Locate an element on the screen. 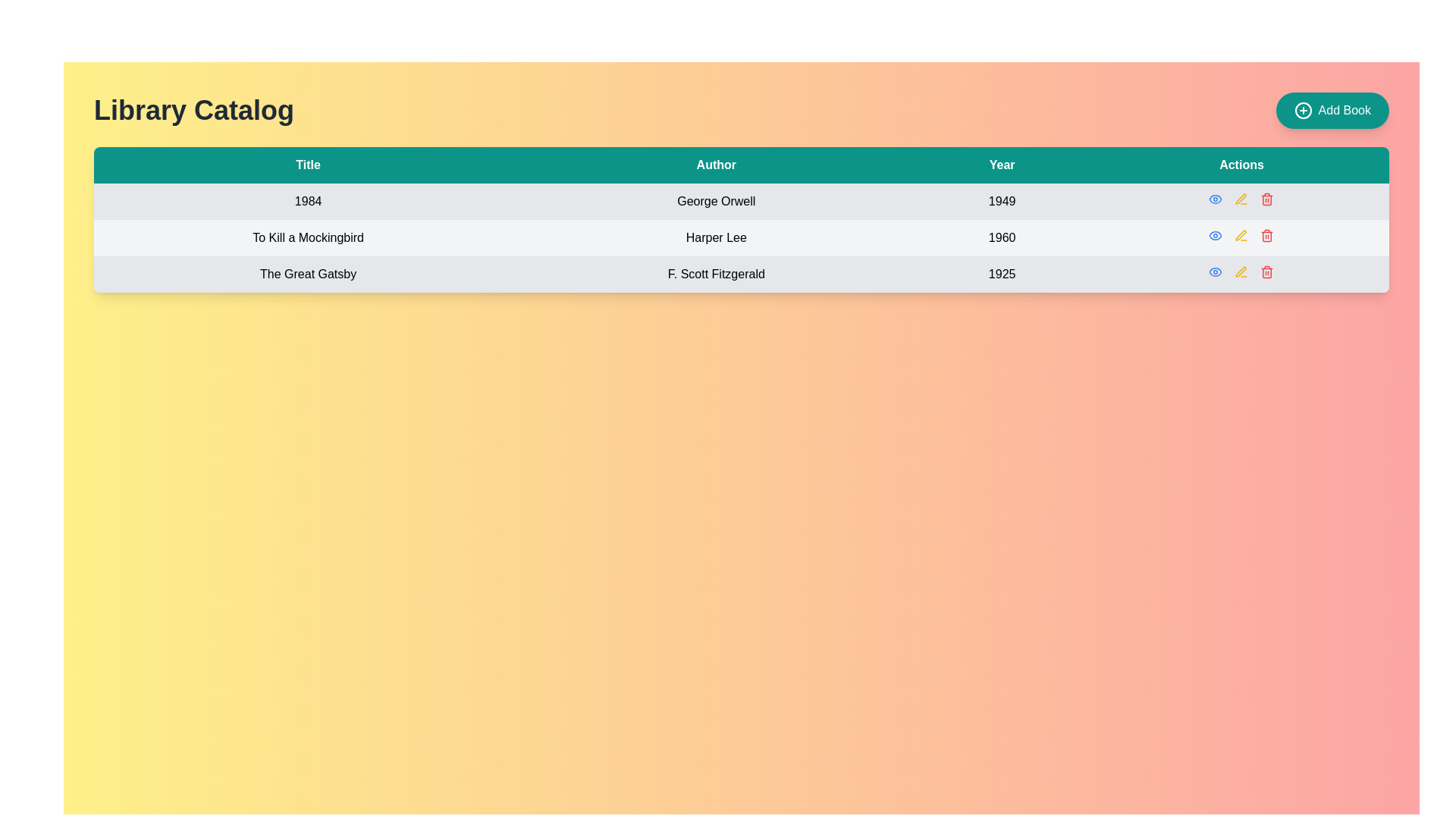 This screenshot has height=819, width=1456. the yellow pencil icon in the 'Actions' column of the table row for 'To Kill a Mockingbird by Harper Lee, 1960' is located at coordinates (1241, 236).